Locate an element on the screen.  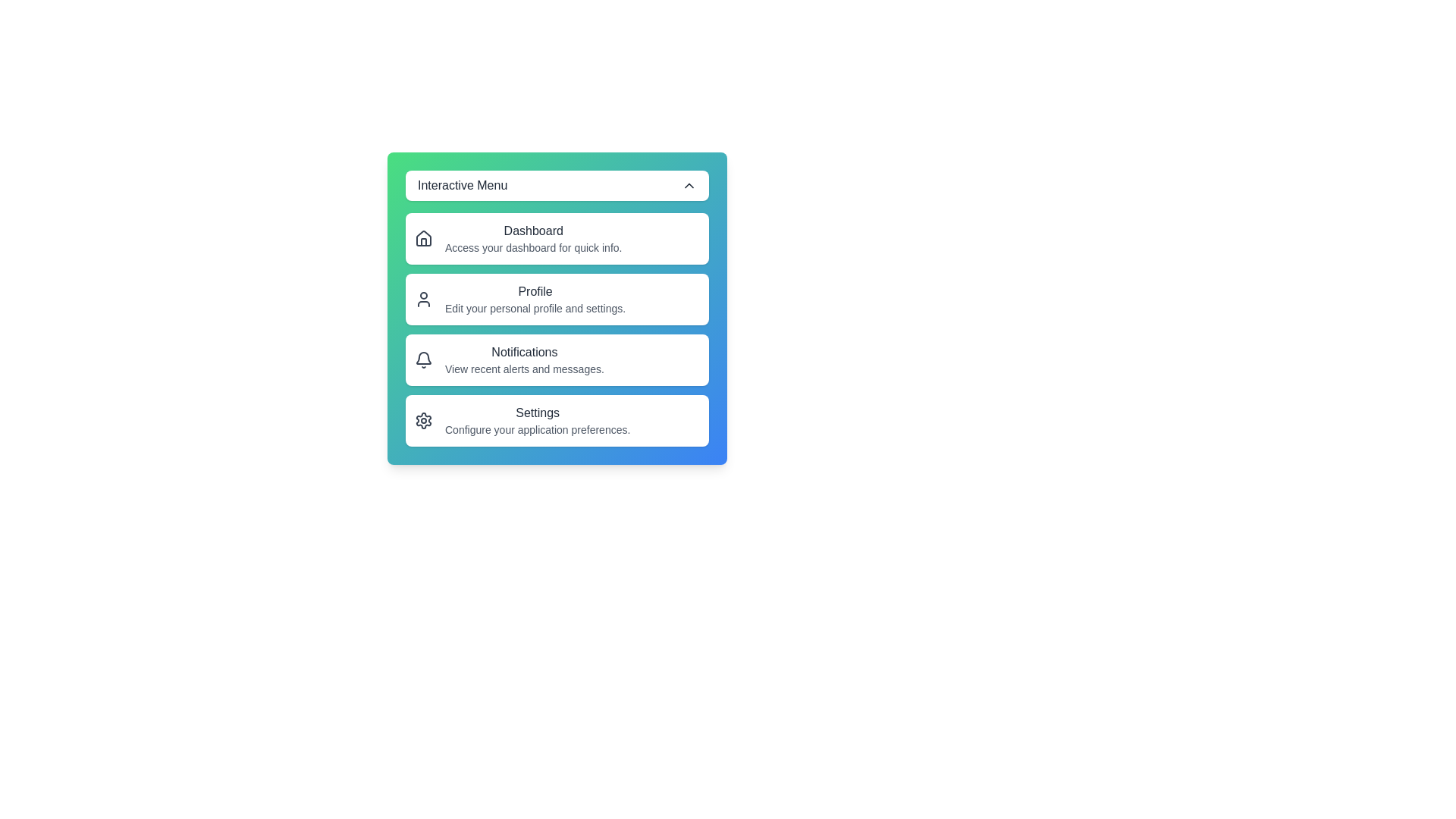
the icon corresponding to Notifications to indicate the action is located at coordinates (423, 359).